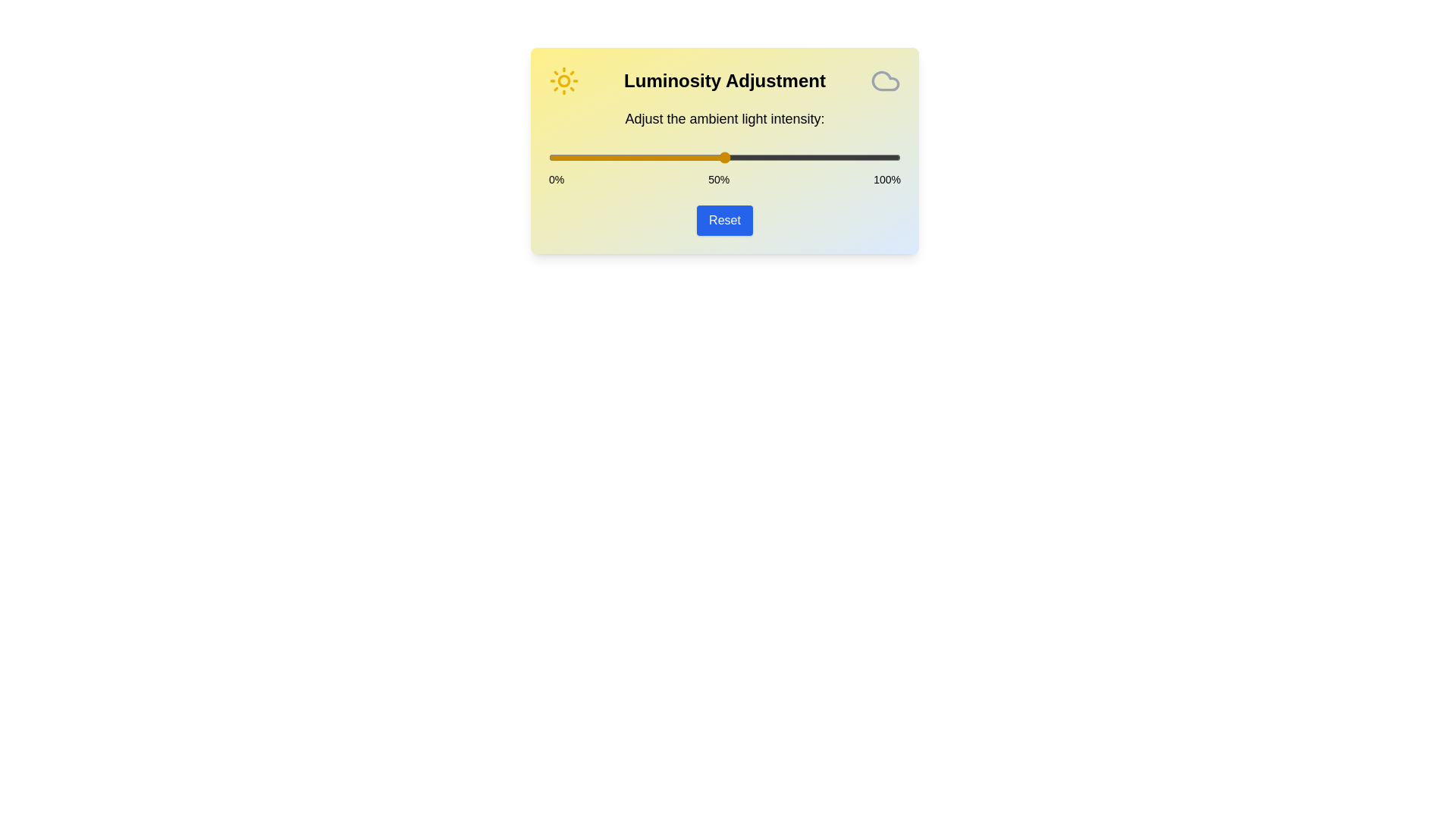 Image resolution: width=1456 pixels, height=819 pixels. Describe the element at coordinates (590, 158) in the screenshot. I see `the light intensity to 12% by sliding the slider` at that location.